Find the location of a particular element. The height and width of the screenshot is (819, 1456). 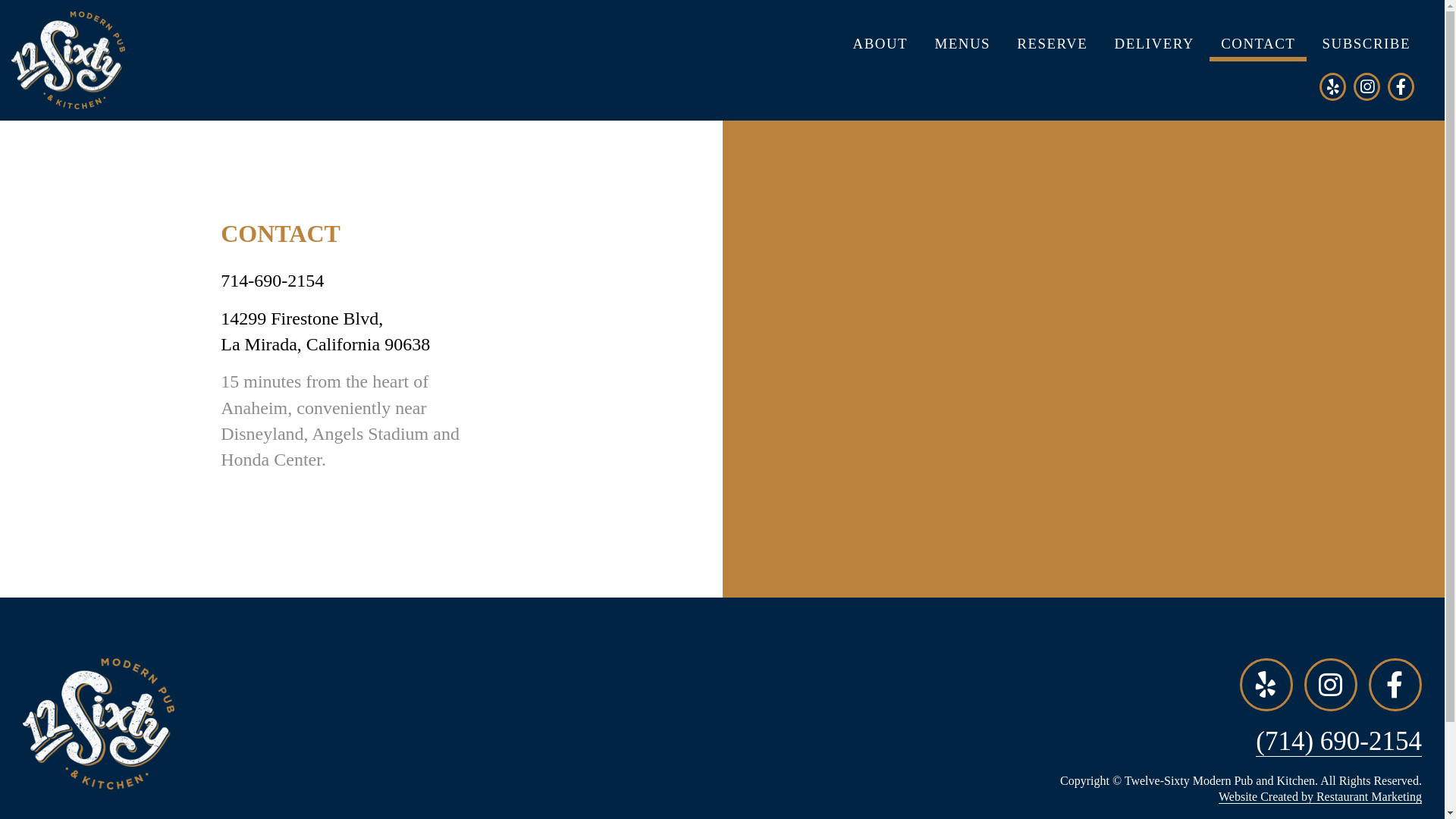

'Website Created by Restaurant Marketing' is located at coordinates (1219, 795).